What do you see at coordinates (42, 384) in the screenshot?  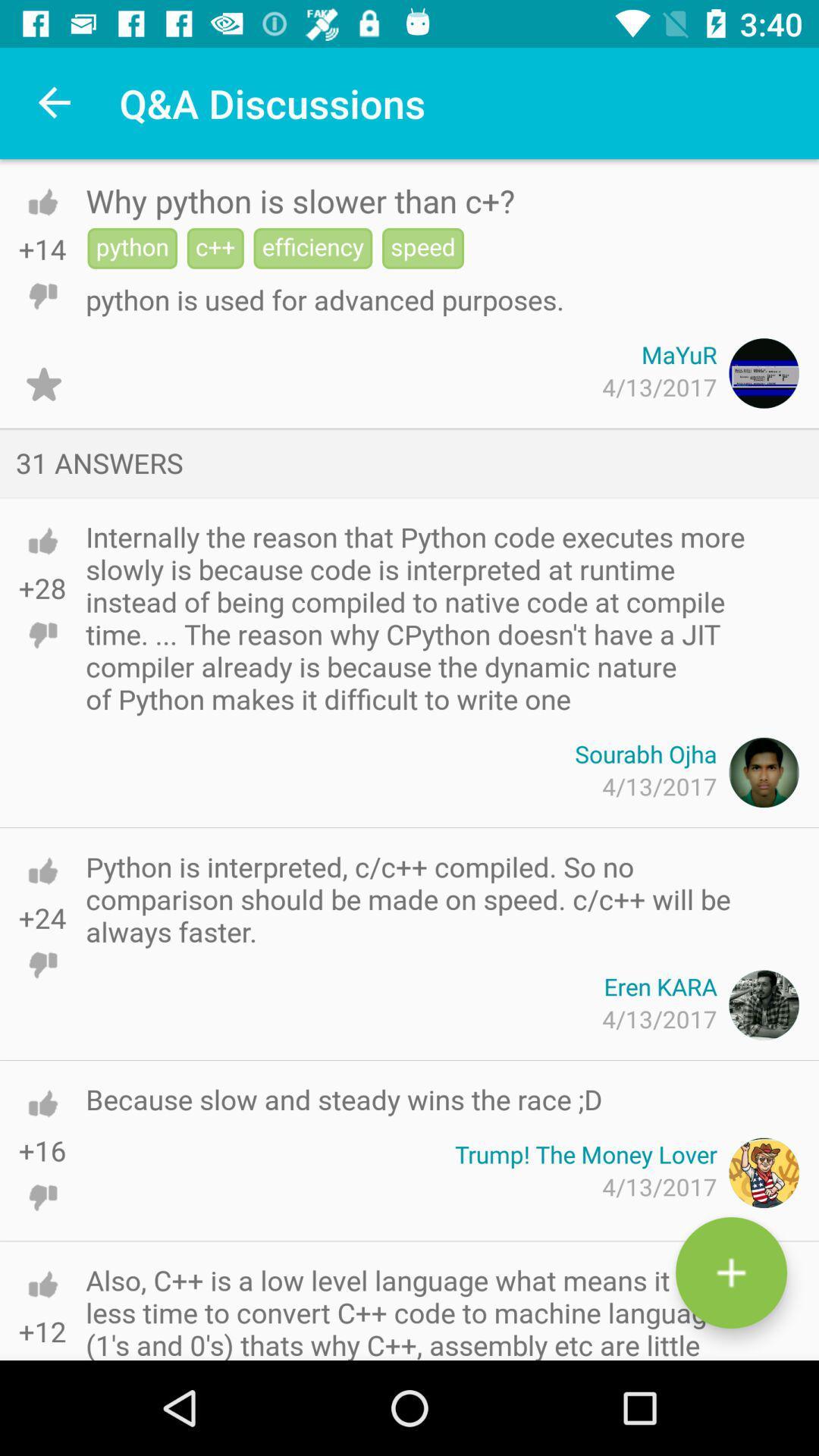 I see `he can activate the simple voice command` at bounding box center [42, 384].